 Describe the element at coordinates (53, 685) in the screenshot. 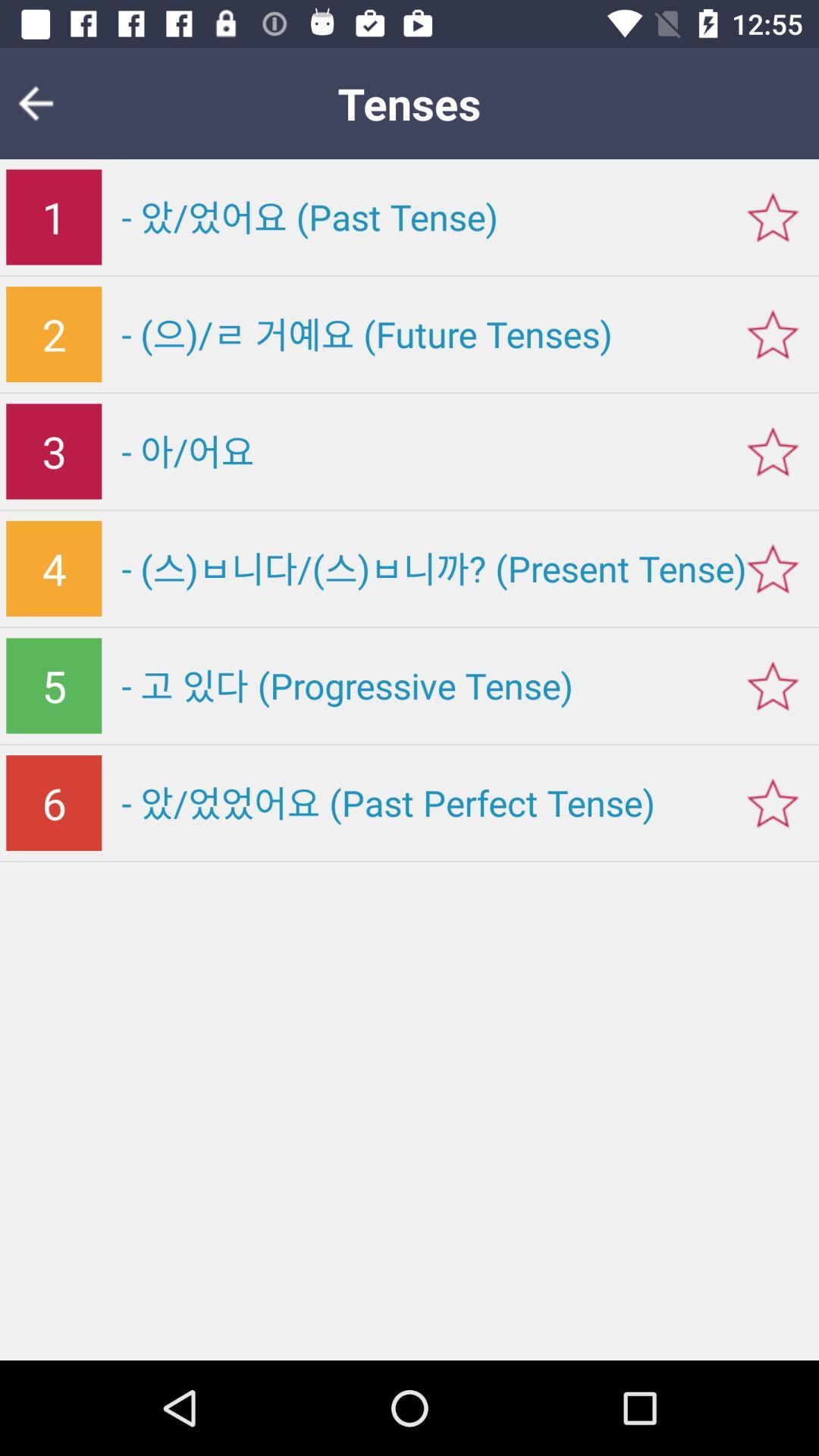

I see `5 item` at that location.